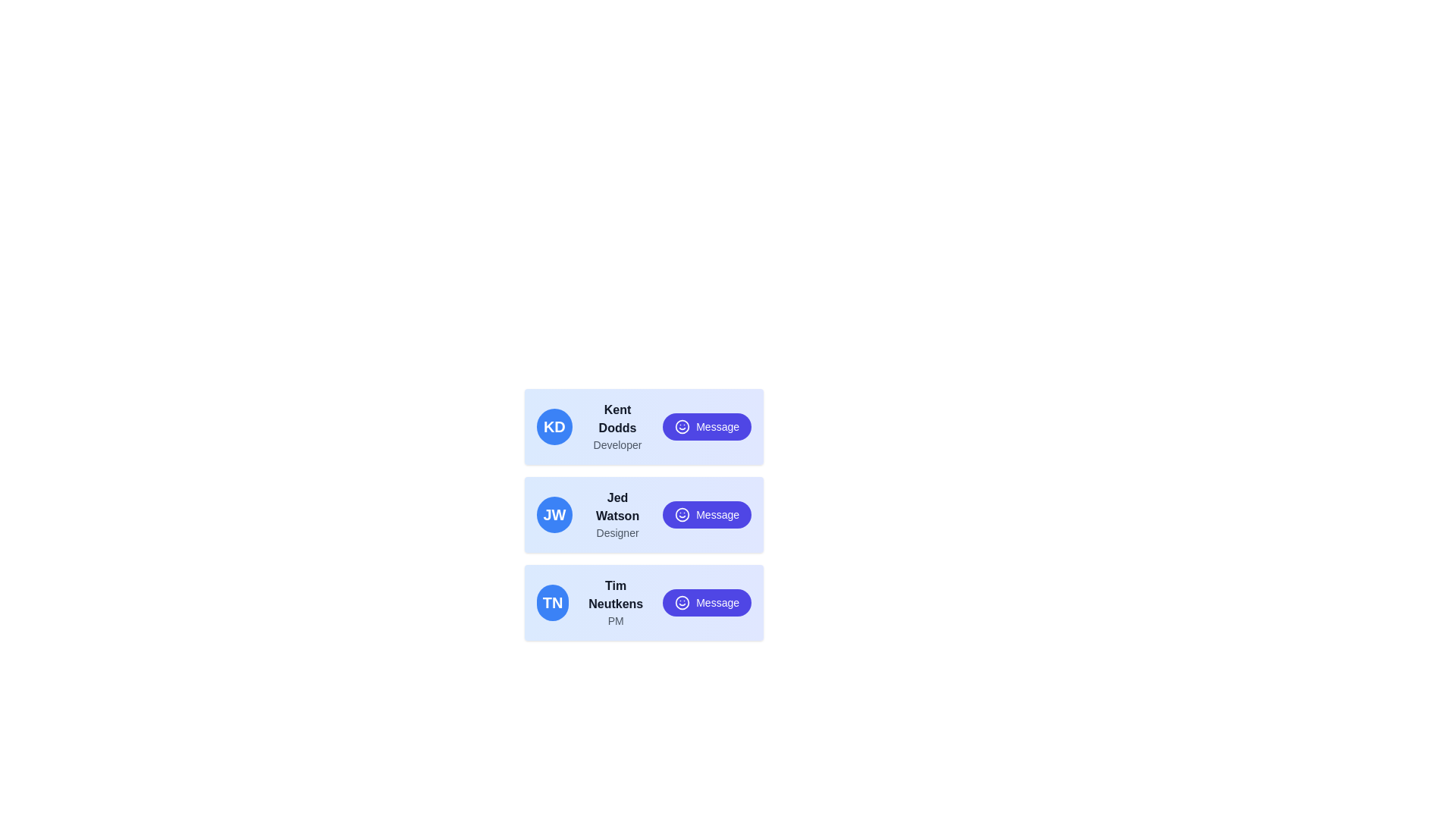  Describe the element at coordinates (682, 513) in the screenshot. I see `the circular outline within the smiley face icon in the button next to 'Jed Watson' profile` at that location.